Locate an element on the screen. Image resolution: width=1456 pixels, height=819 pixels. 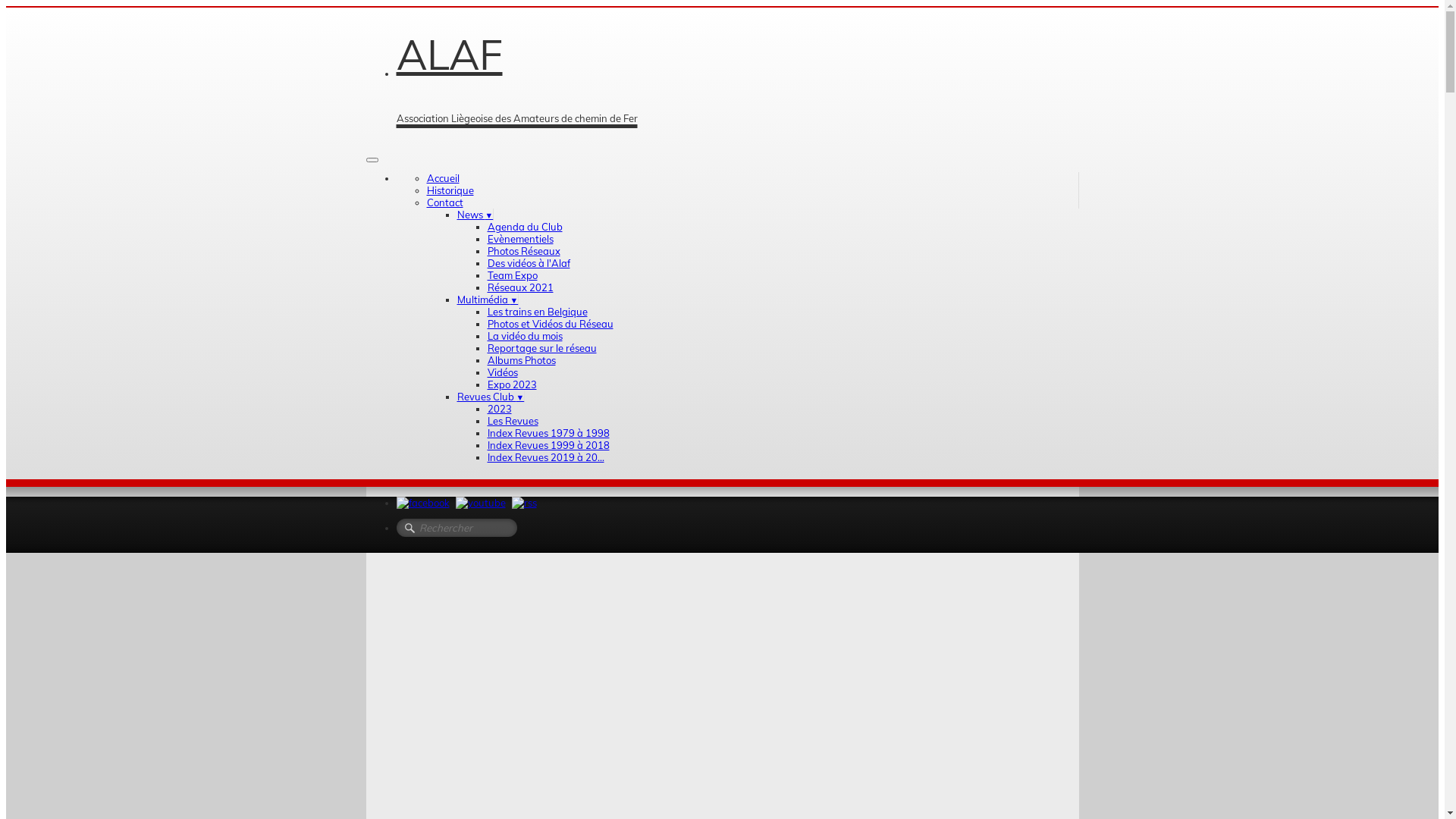
'Contact' is located at coordinates (425, 201).